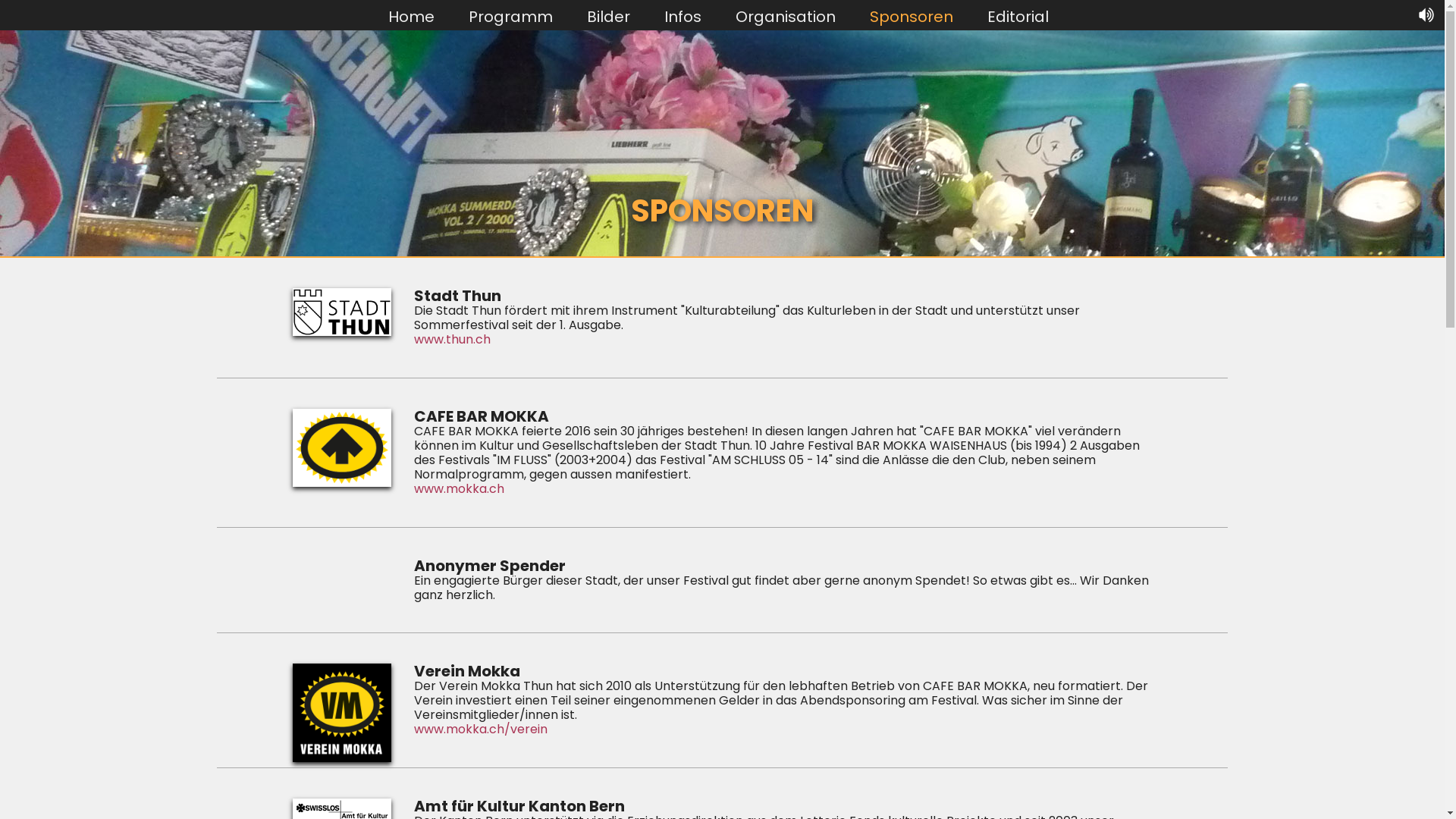 Image resolution: width=1456 pixels, height=819 pixels. I want to click on 'Programm', so click(510, 15).